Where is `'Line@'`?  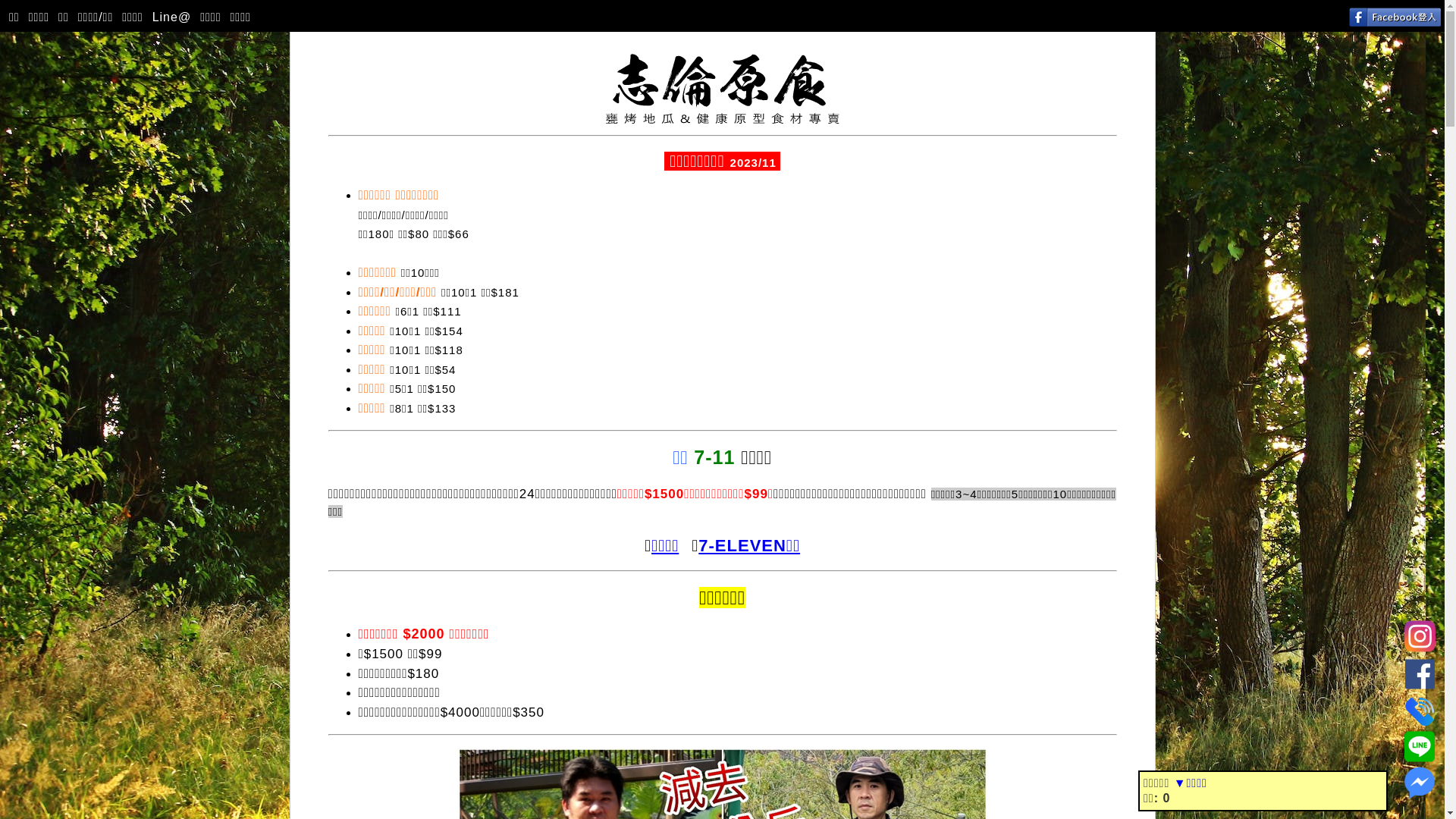
'Line@' is located at coordinates (171, 17).